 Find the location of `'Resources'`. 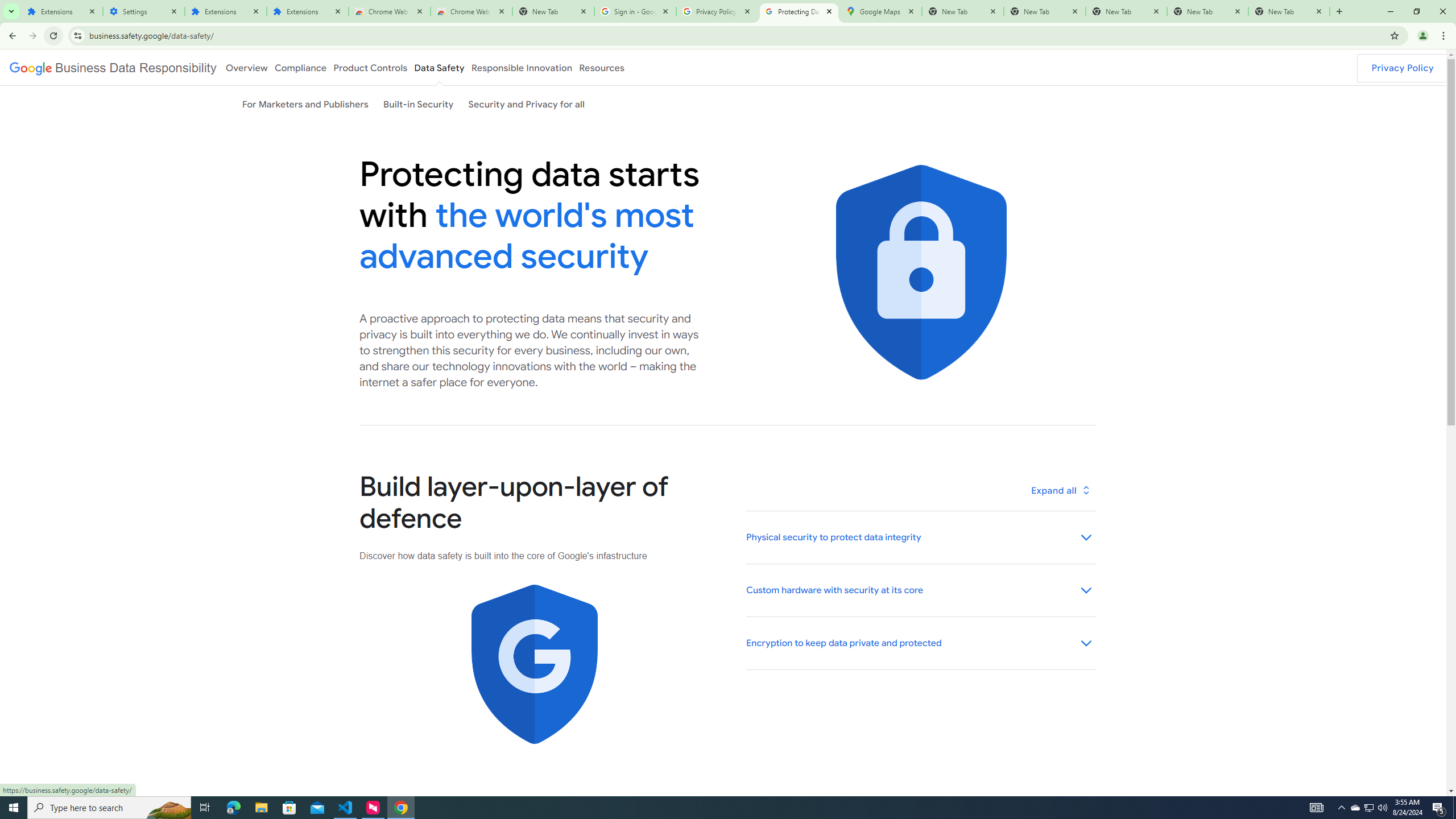

'Resources' is located at coordinates (601, 67).